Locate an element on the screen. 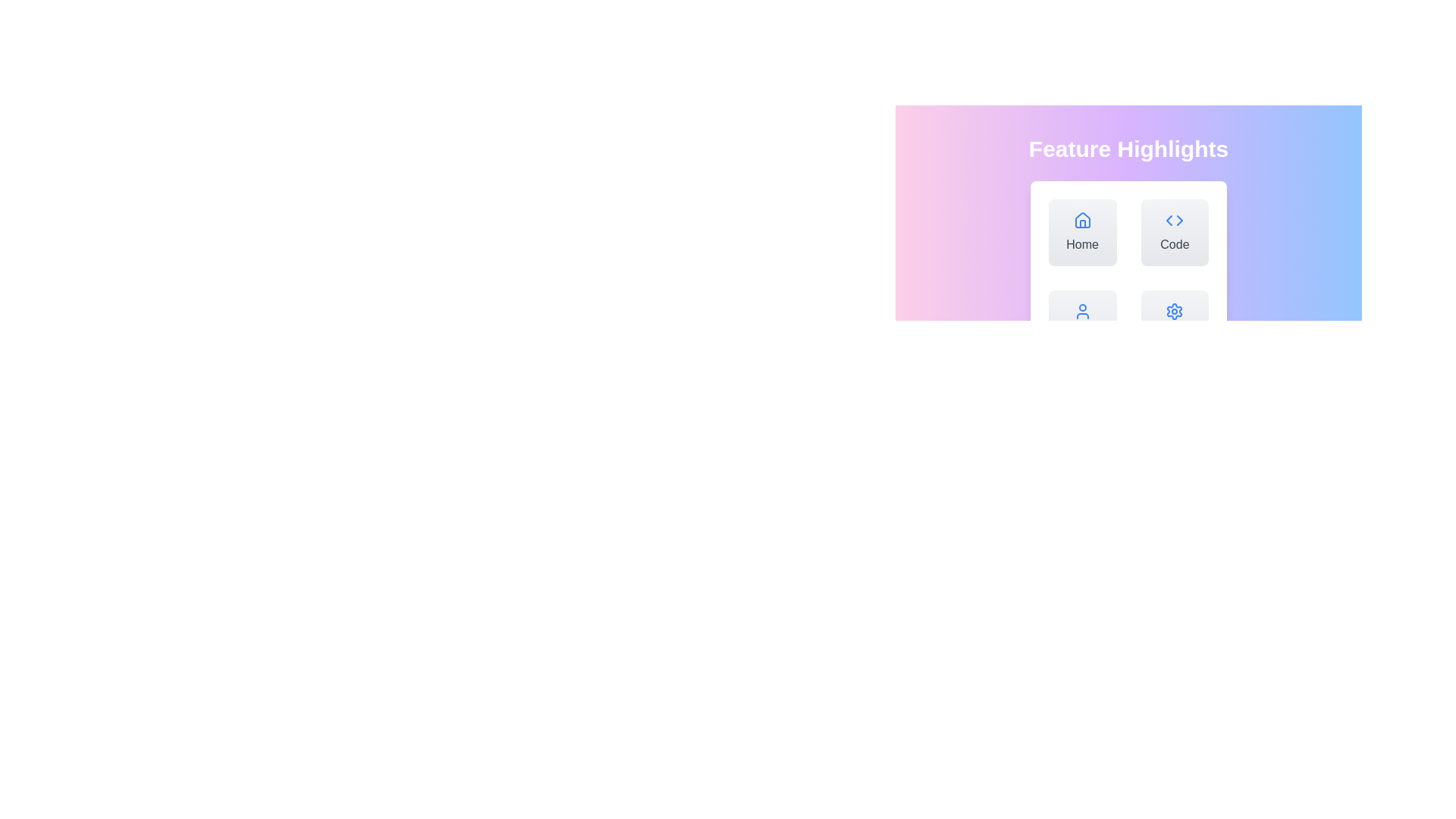 The height and width of the screenshot is (819, 1456). the user profile icon located within the rounded card labeled 'Profile' at the bottom left of the grid is located at coordinates (1081, 311).